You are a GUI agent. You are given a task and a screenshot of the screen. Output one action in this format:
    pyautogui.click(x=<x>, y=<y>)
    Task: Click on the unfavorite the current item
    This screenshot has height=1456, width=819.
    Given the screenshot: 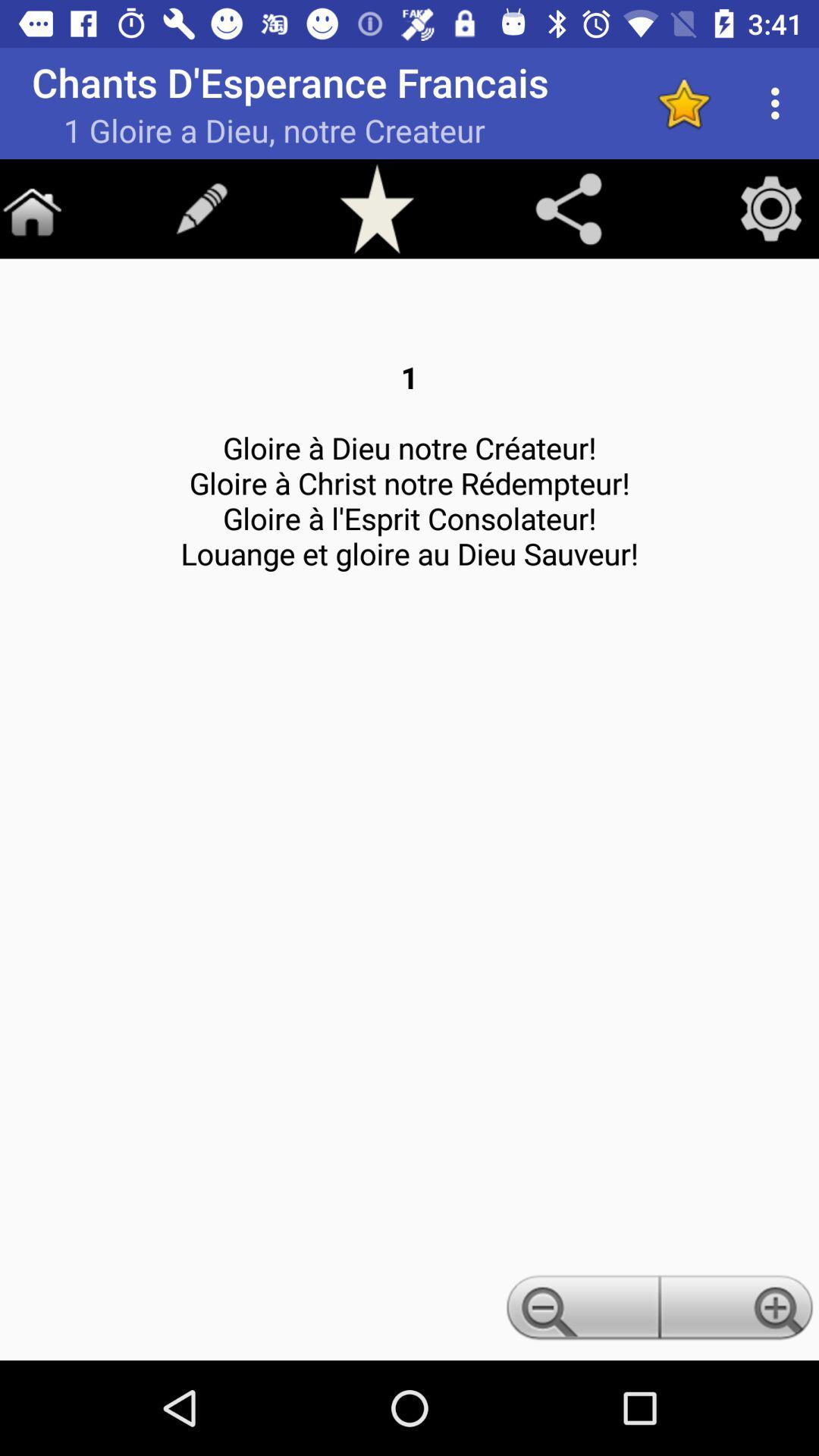 What is the action you would take?
    pyautogui.click(x=683, y=102)
    